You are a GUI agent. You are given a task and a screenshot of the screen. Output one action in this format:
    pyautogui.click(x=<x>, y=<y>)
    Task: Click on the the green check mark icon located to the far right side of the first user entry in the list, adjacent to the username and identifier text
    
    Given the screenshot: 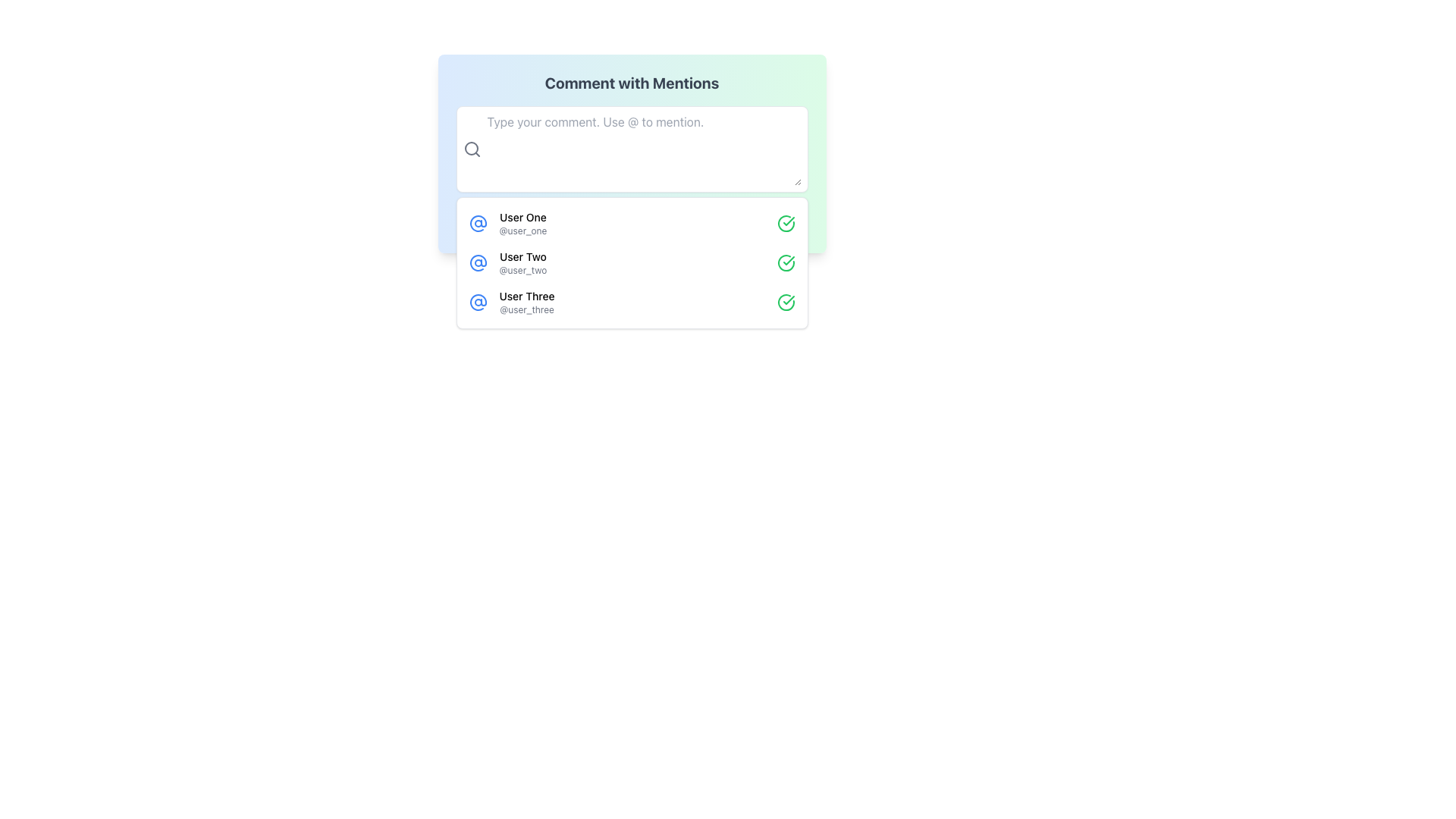 What is the action you would take?
    pyautogui.click(x=786, y=223)
    